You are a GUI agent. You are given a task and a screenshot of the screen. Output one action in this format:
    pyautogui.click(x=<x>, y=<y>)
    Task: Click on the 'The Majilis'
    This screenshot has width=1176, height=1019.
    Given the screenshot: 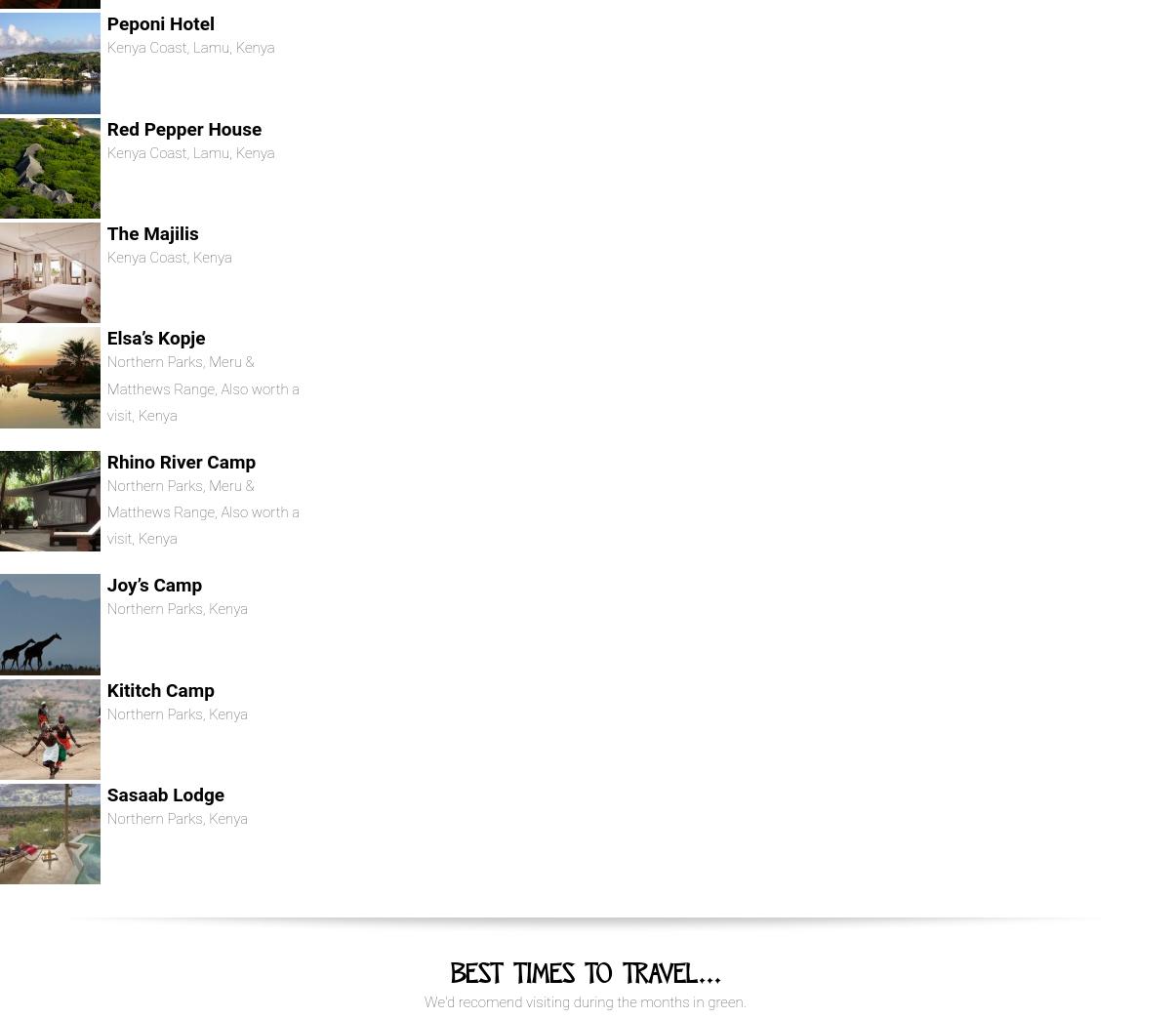 What is the action you would take?
    pyautogui.click(x=151, y=233)
    